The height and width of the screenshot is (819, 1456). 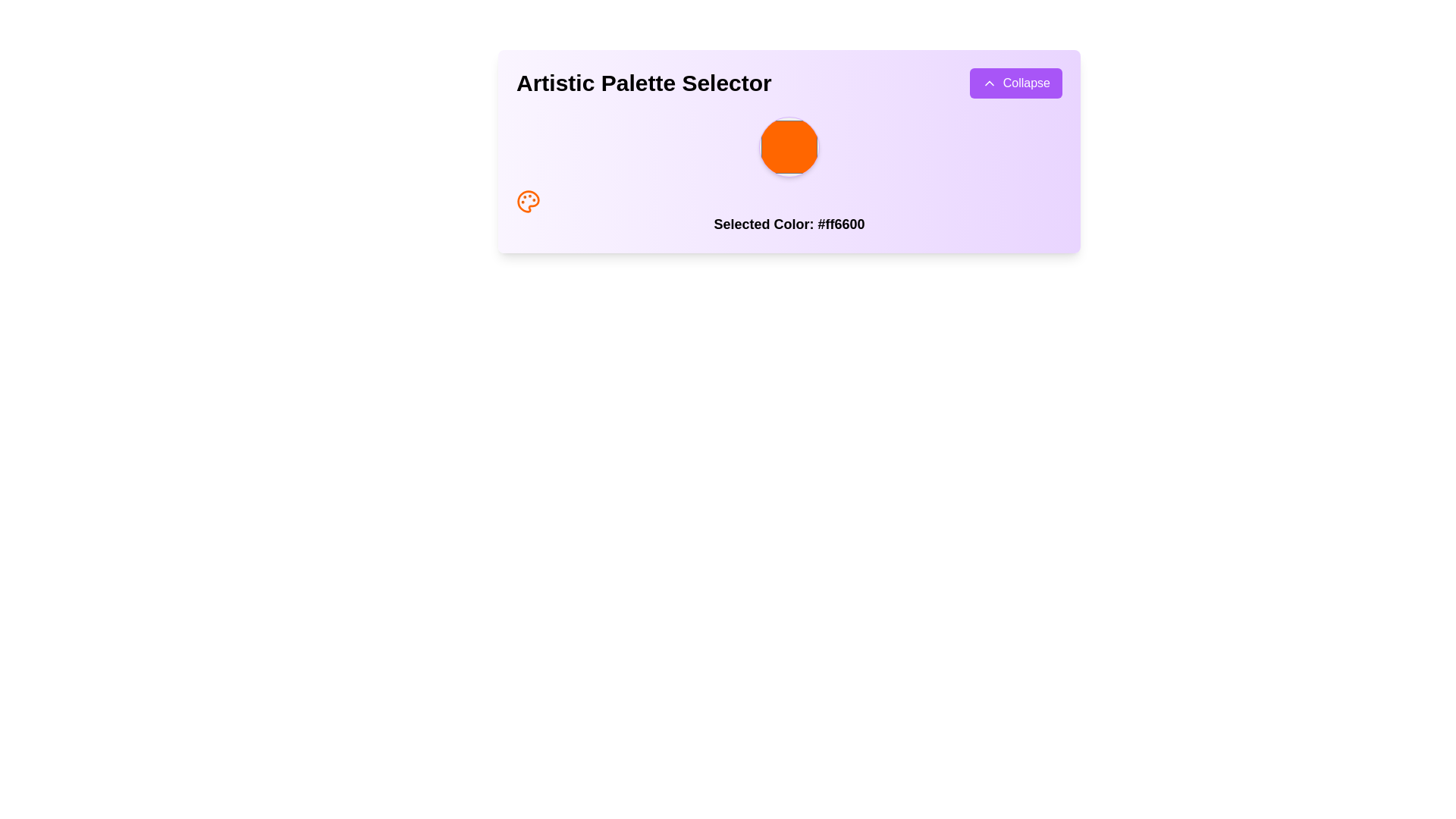 I want to click on the color display that visually represents the current selected color (#ff6600) in the 'Artistic Palette Selector' interface, so click(x=789, y=146).